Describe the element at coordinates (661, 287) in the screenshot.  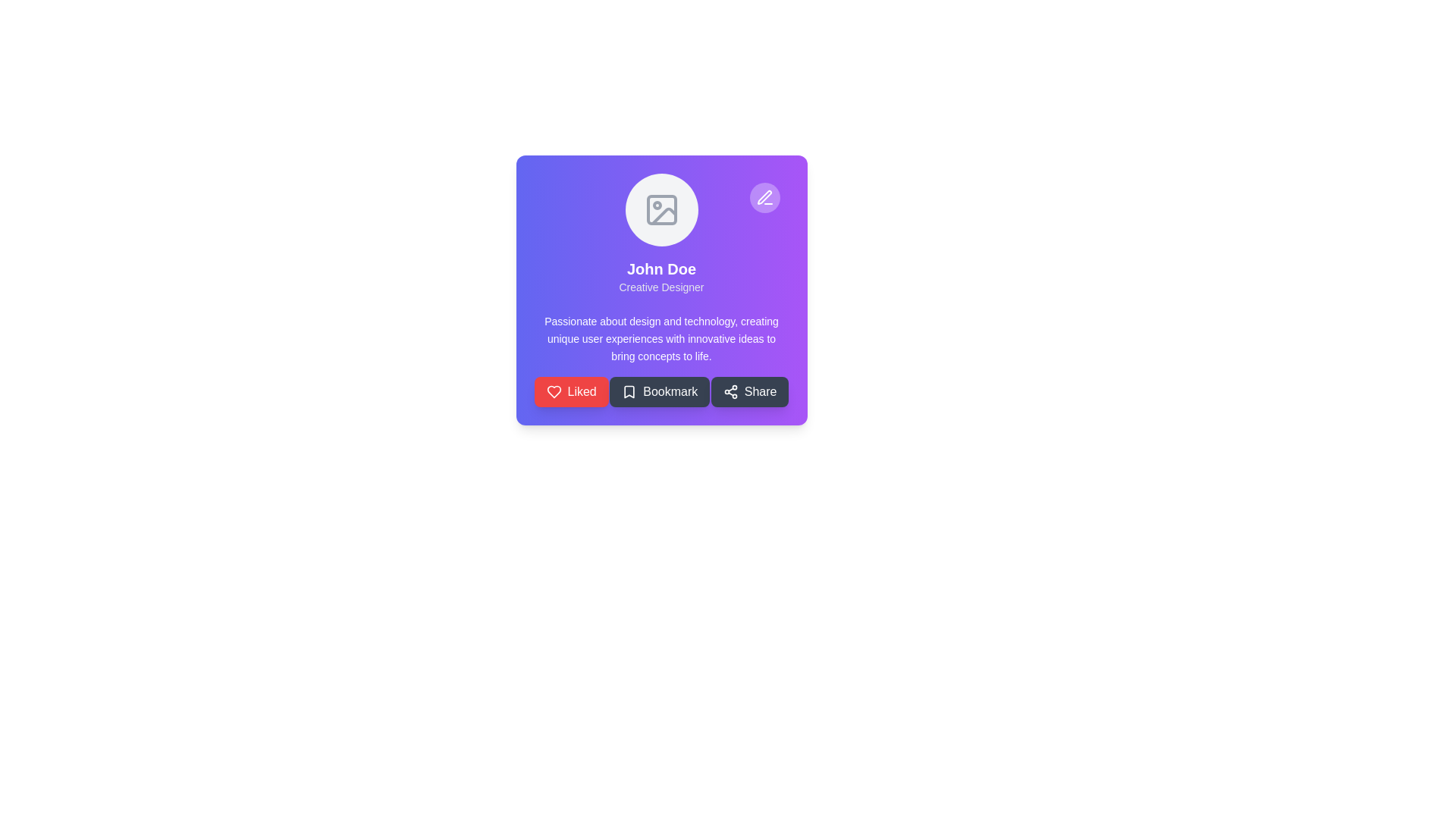
I see `the 'Creative Designer' text label` at that location.